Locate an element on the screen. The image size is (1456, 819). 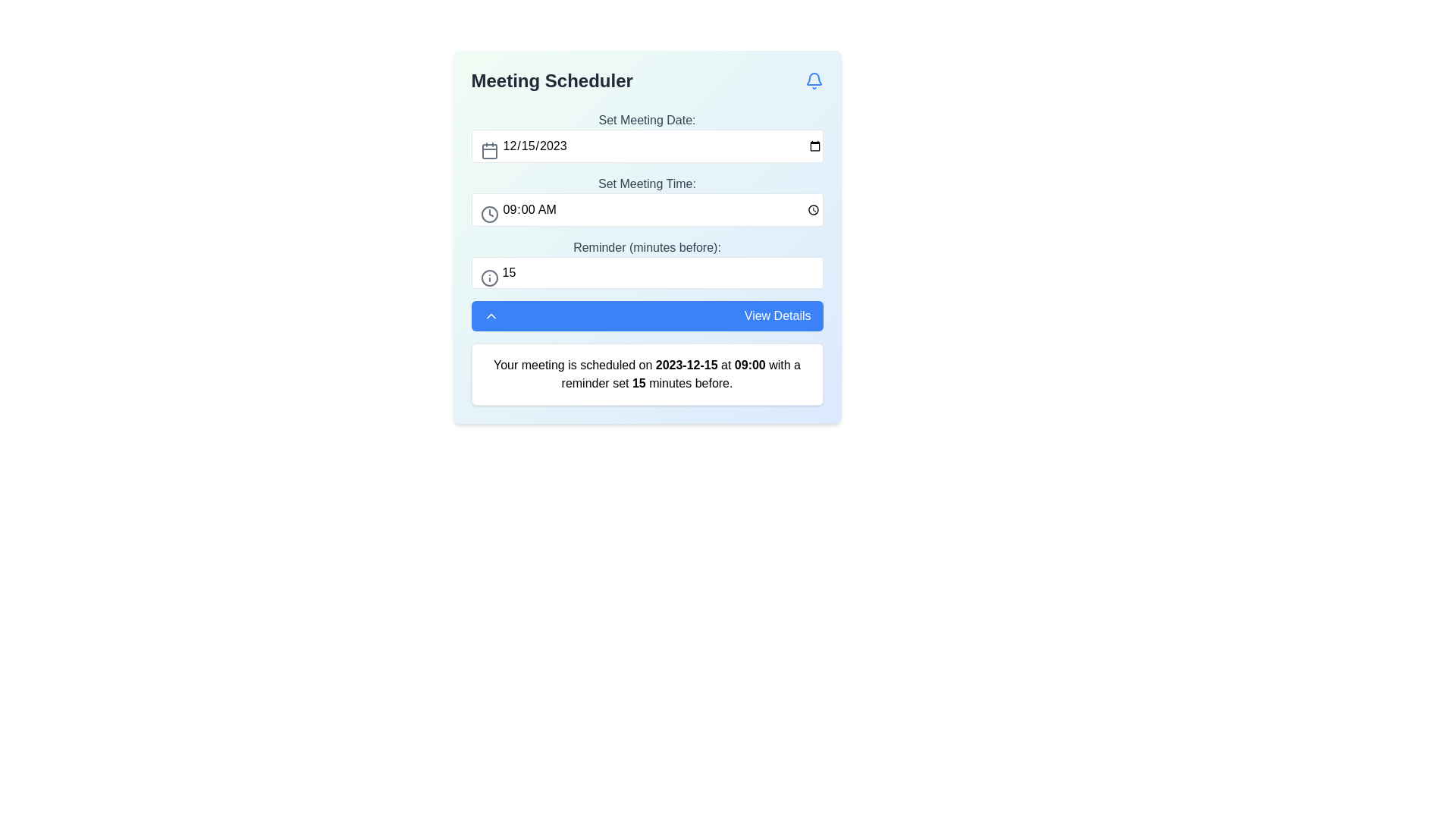
the chevron icon located to the left of the 'View Details' button is located at coordinates (491, 315).